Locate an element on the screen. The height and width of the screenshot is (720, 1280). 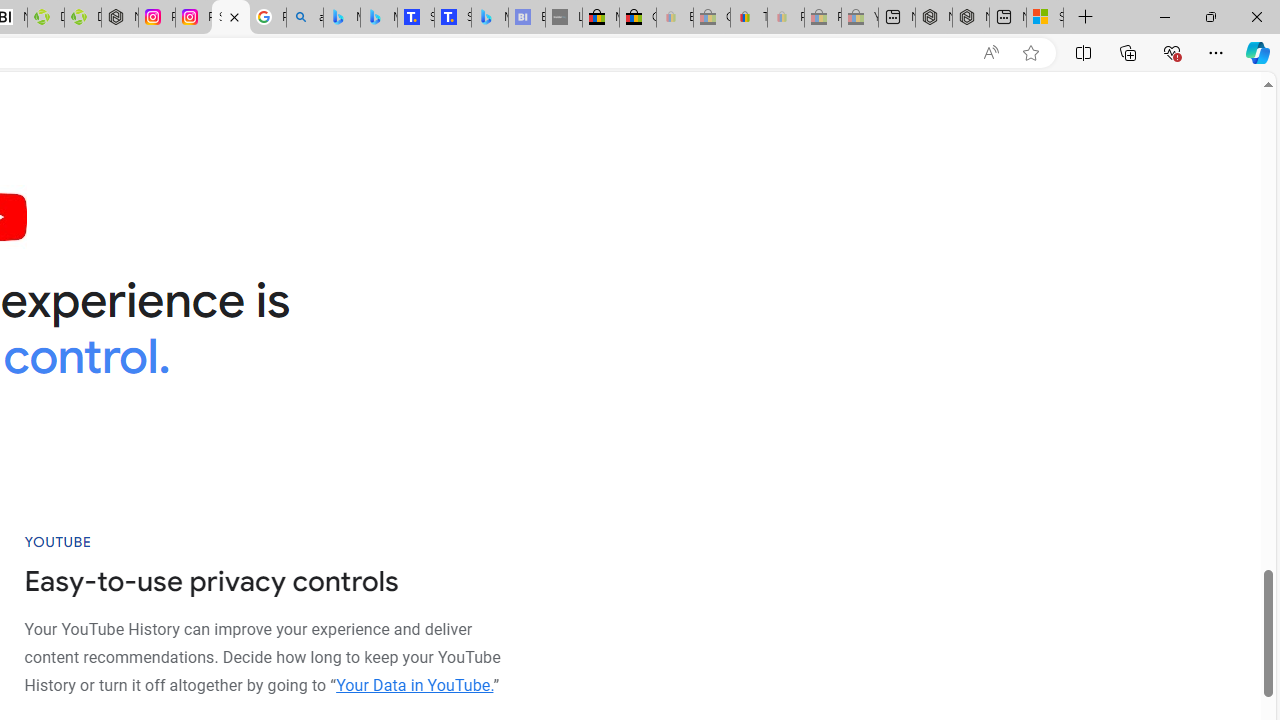
'Go to Your Data in YouTube' is located at coordinates (413, 684).